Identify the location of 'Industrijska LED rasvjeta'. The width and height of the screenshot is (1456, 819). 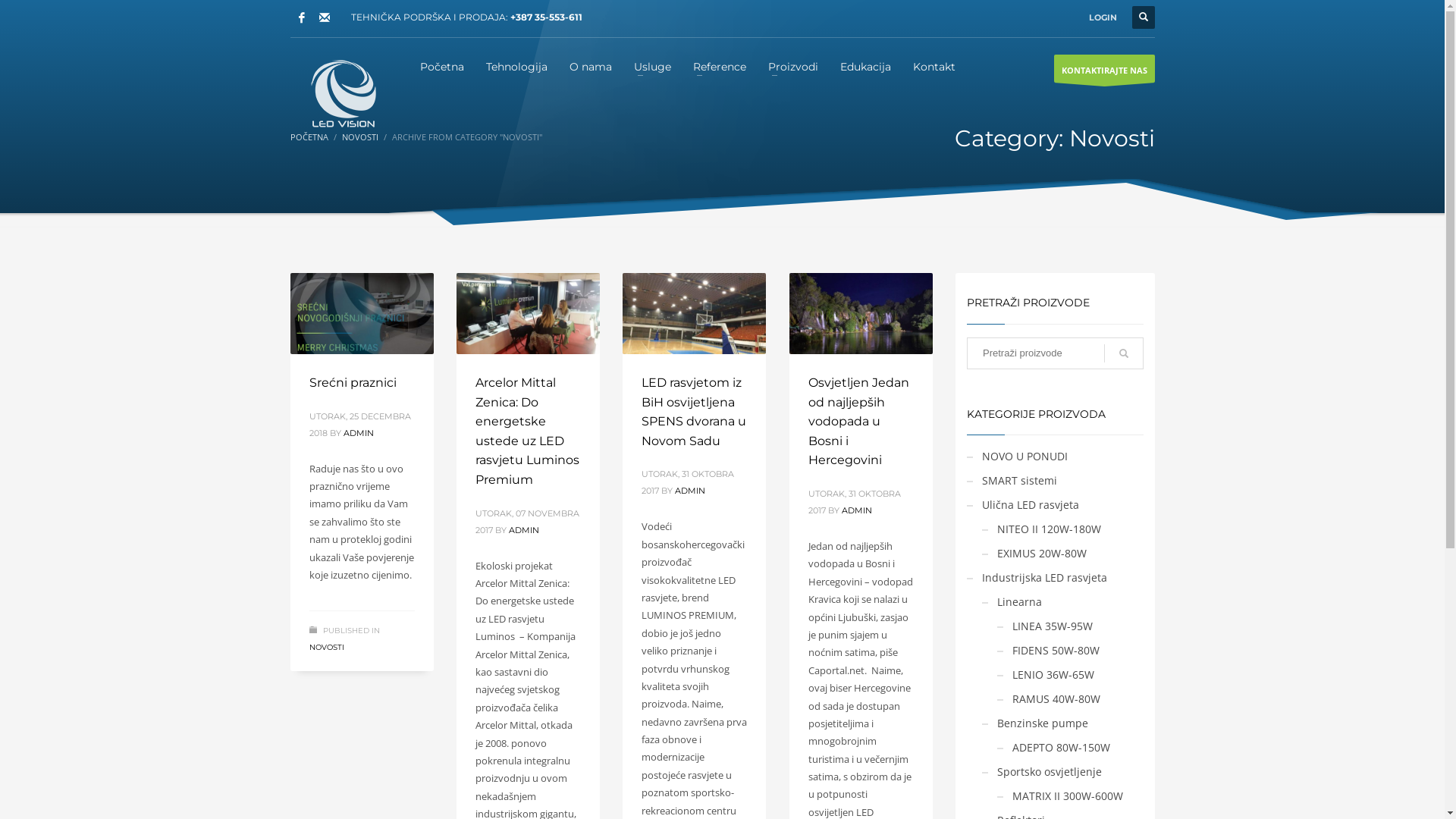
(1036, 577).